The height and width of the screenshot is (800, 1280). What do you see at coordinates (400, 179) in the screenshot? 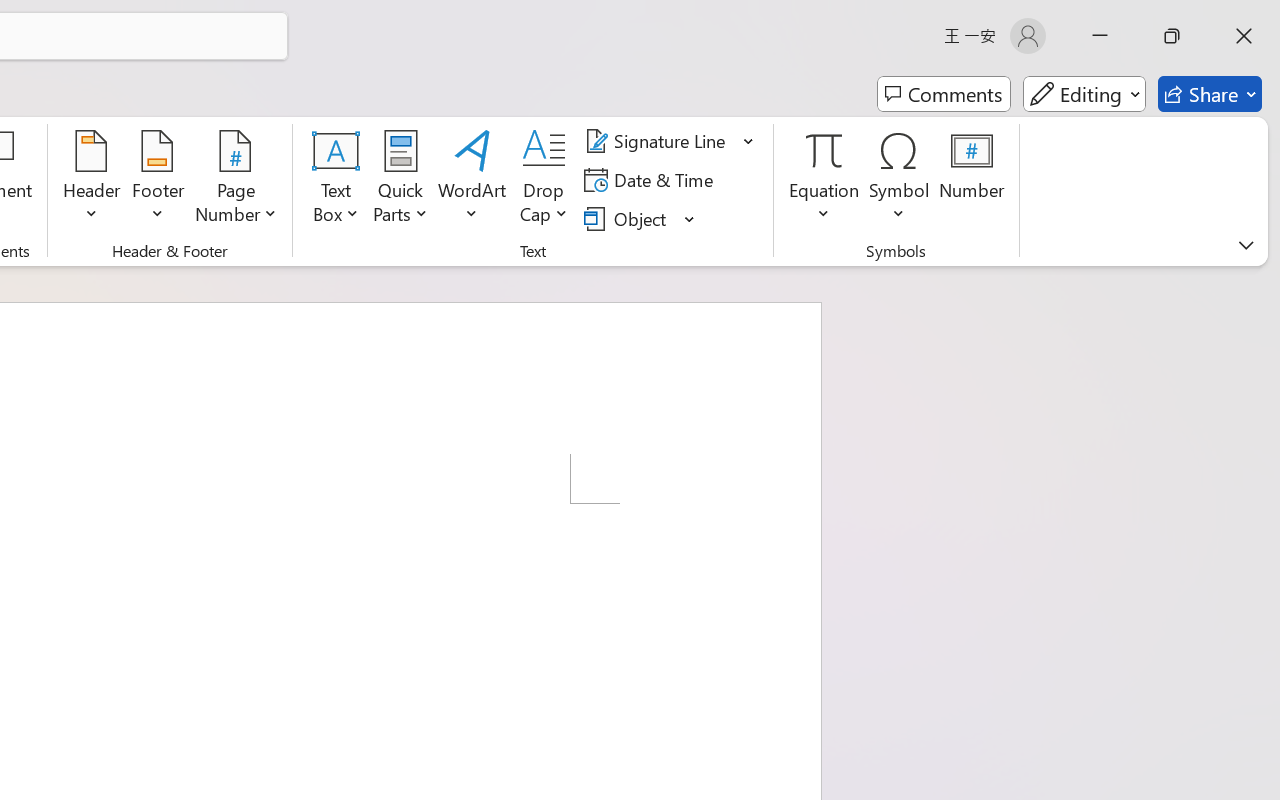
I see `'Quick Parts'` at bounding box center [400, 179].